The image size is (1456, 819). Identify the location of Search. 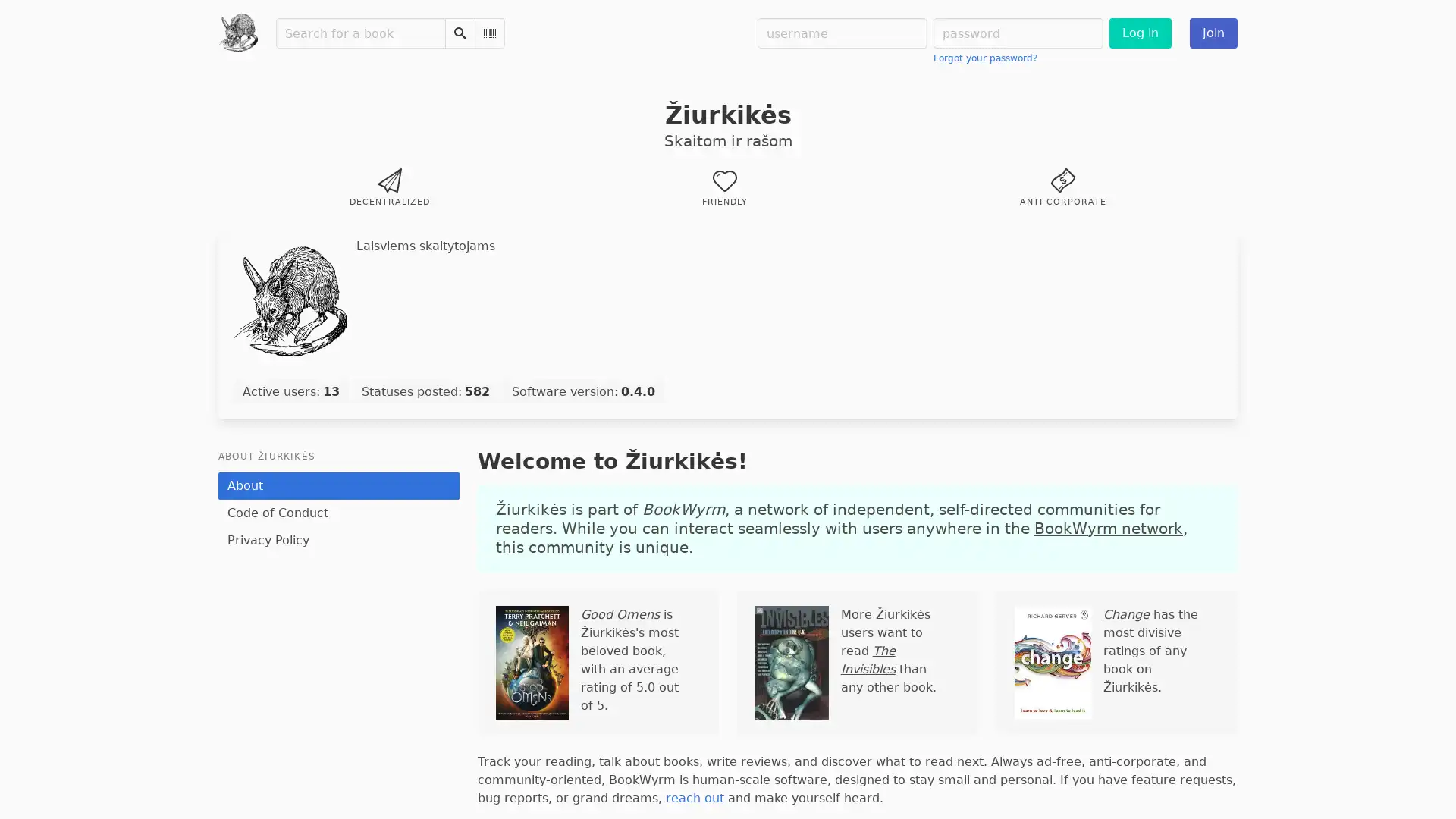
(458, 33).